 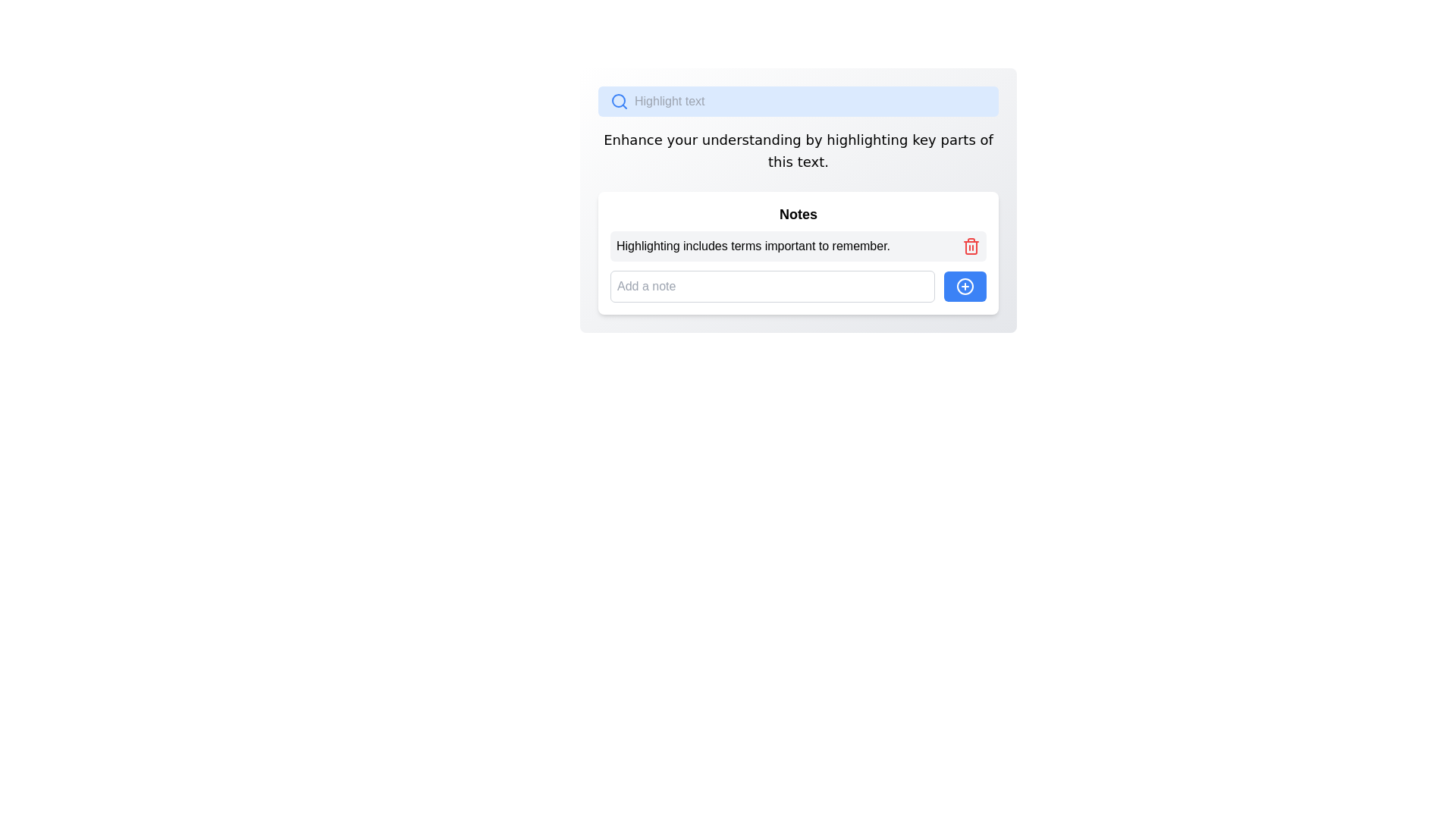 What do you see at coordinates (830, 140) in the screenshot?
I see `the character 'h' in the word 'highlighting' of the sentence 'Enhance your understanding by highlighting key parts of this text.'` at bounding box center [830, 140].